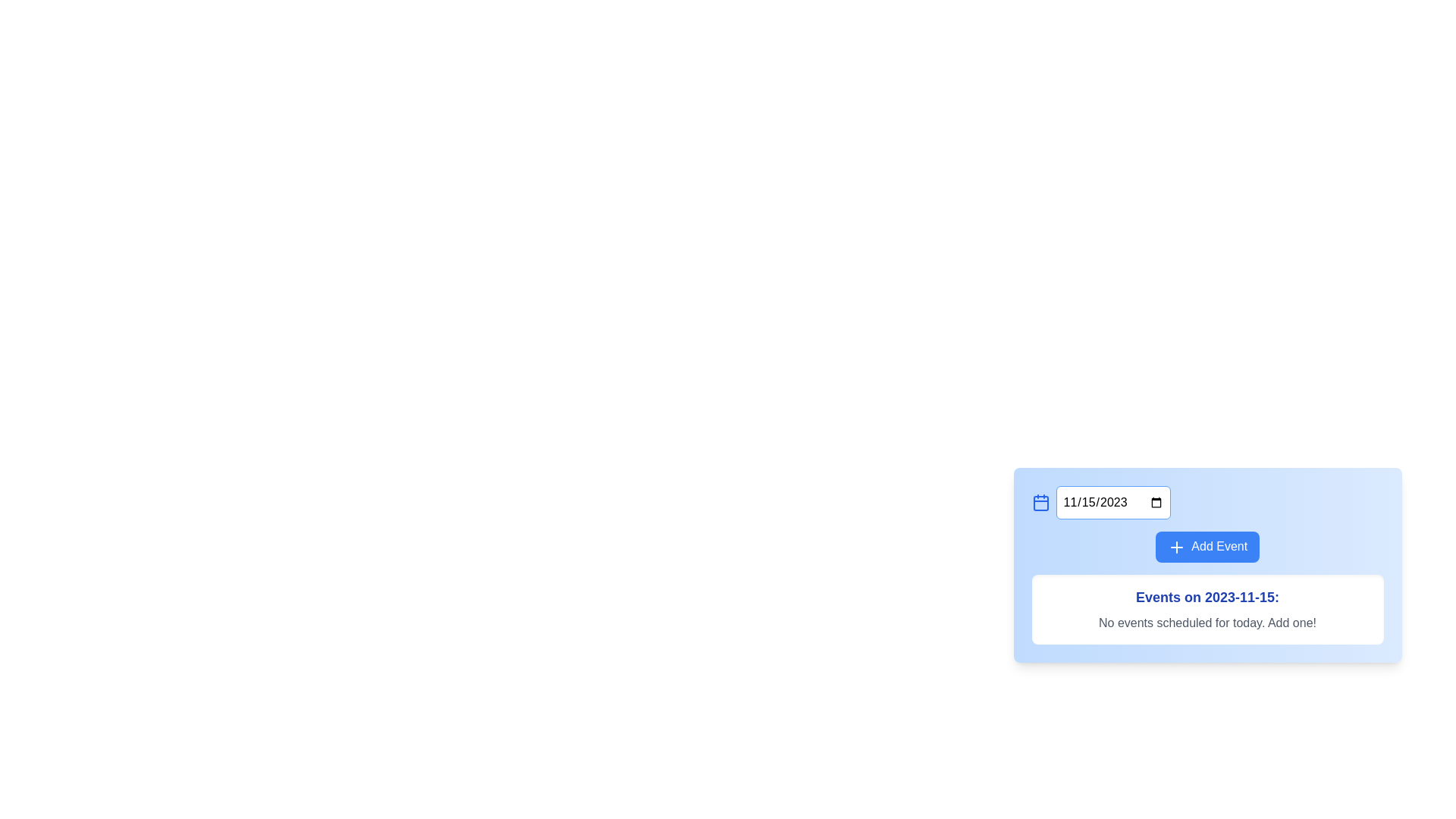  I want to click on the blue calendar icon with a square outline and rounded corners, located to the far left of the date input field and button, so click(1040, 503).